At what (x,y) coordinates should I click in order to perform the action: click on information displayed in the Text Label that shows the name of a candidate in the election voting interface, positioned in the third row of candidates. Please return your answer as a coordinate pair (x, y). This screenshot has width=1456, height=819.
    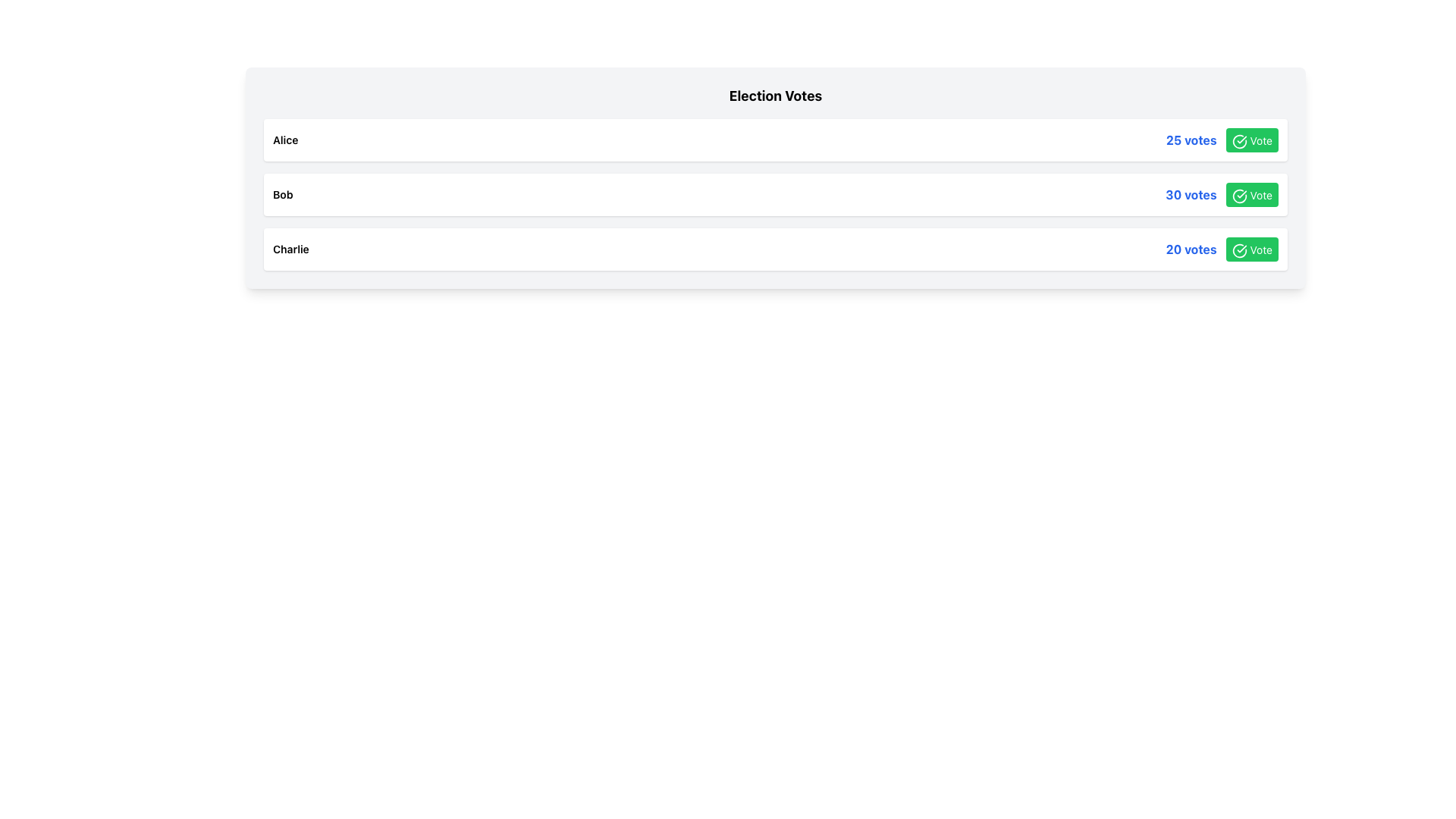
    Looking at the image, I should click on (291, 248).